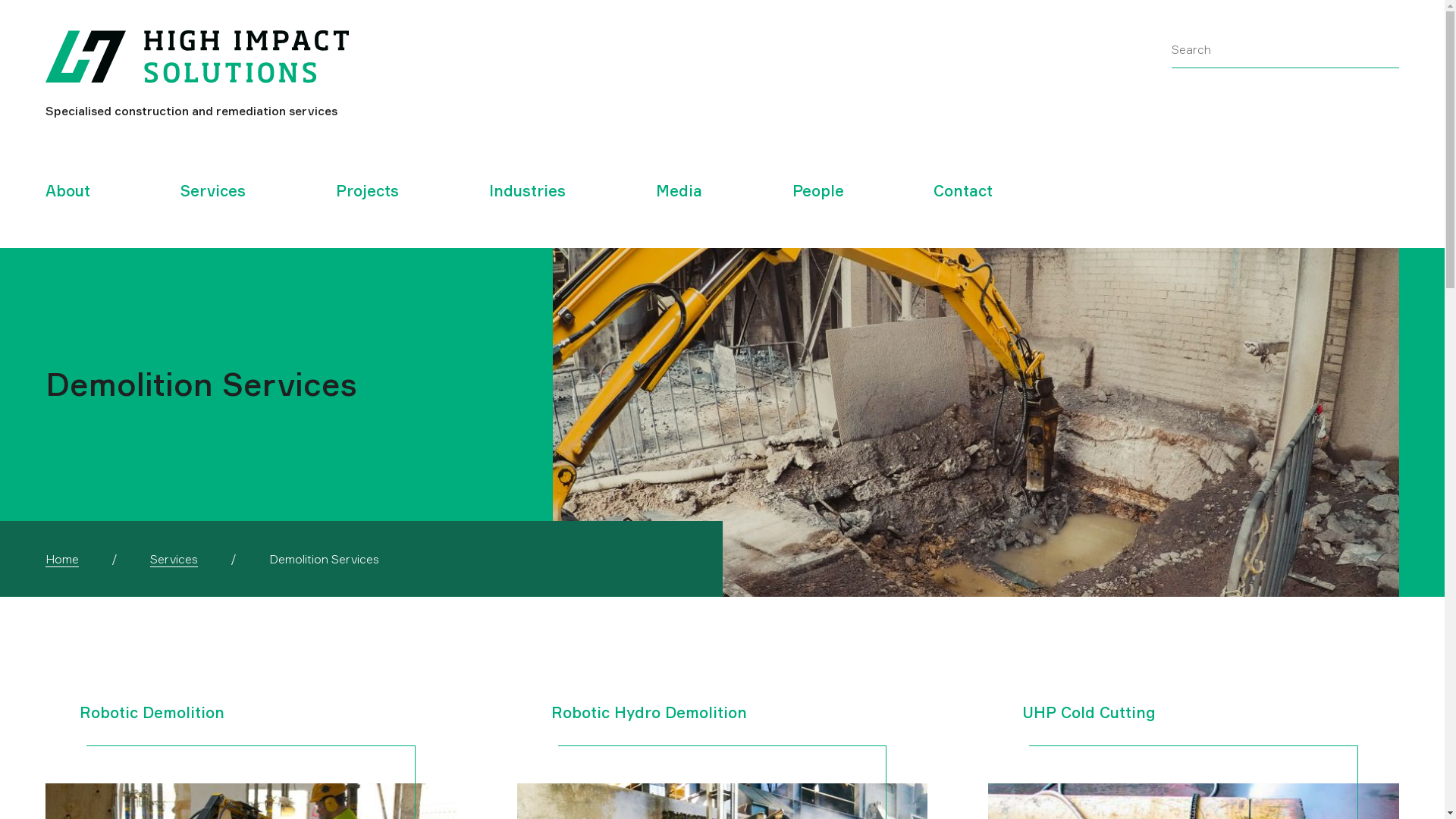 Image resolution: width=1456 pixels, height=819 pixels. I want to click on 'People', so click(817, 190).